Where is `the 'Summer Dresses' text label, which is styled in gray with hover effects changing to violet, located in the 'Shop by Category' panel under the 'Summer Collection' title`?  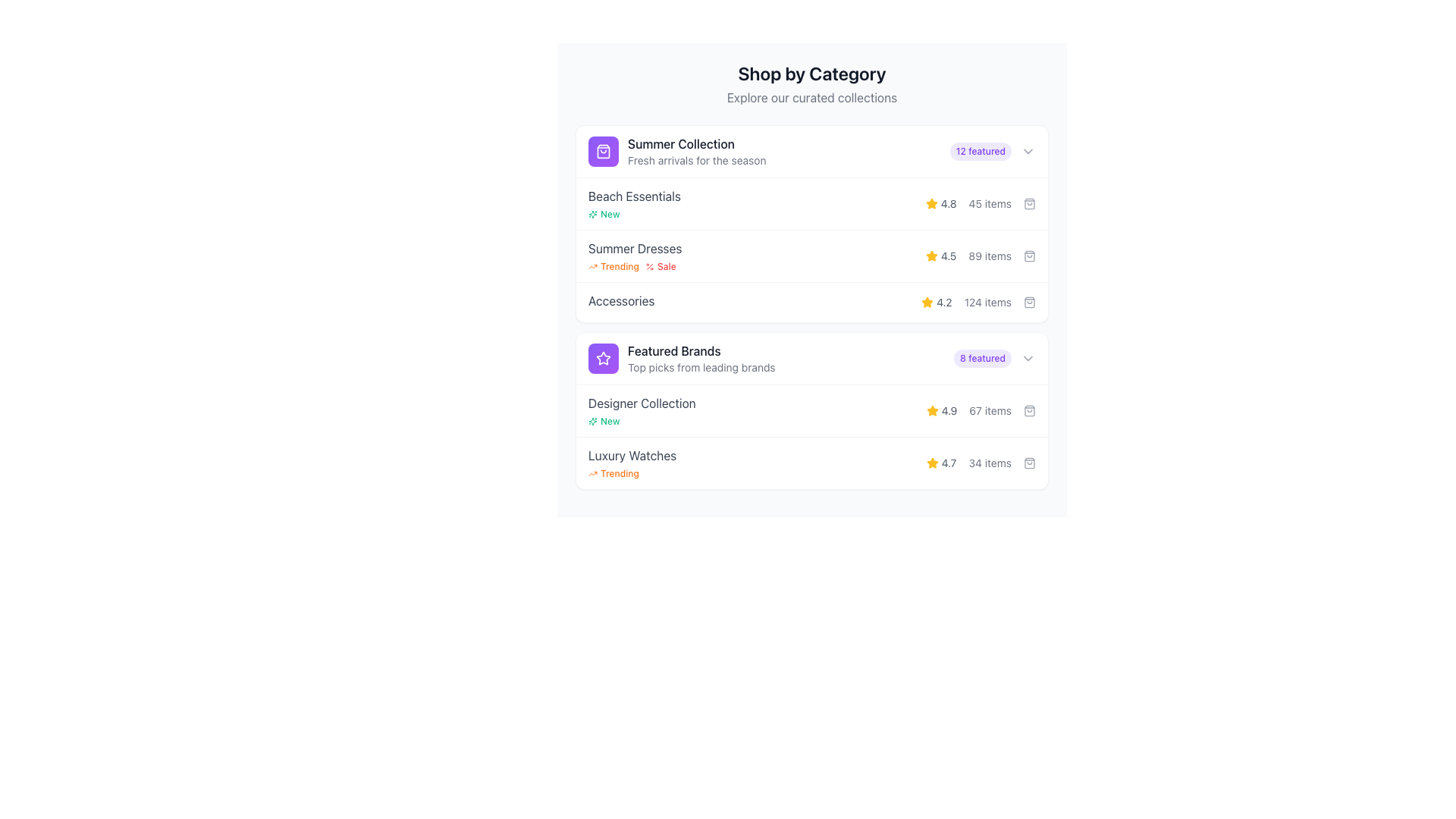 the 'Summer Dresses' text label, which is styled in gray with hover effects changing to violet, located in the 'Shop by Category' panel under the 'Summer Collection' title is located at coordinates (635, 247).